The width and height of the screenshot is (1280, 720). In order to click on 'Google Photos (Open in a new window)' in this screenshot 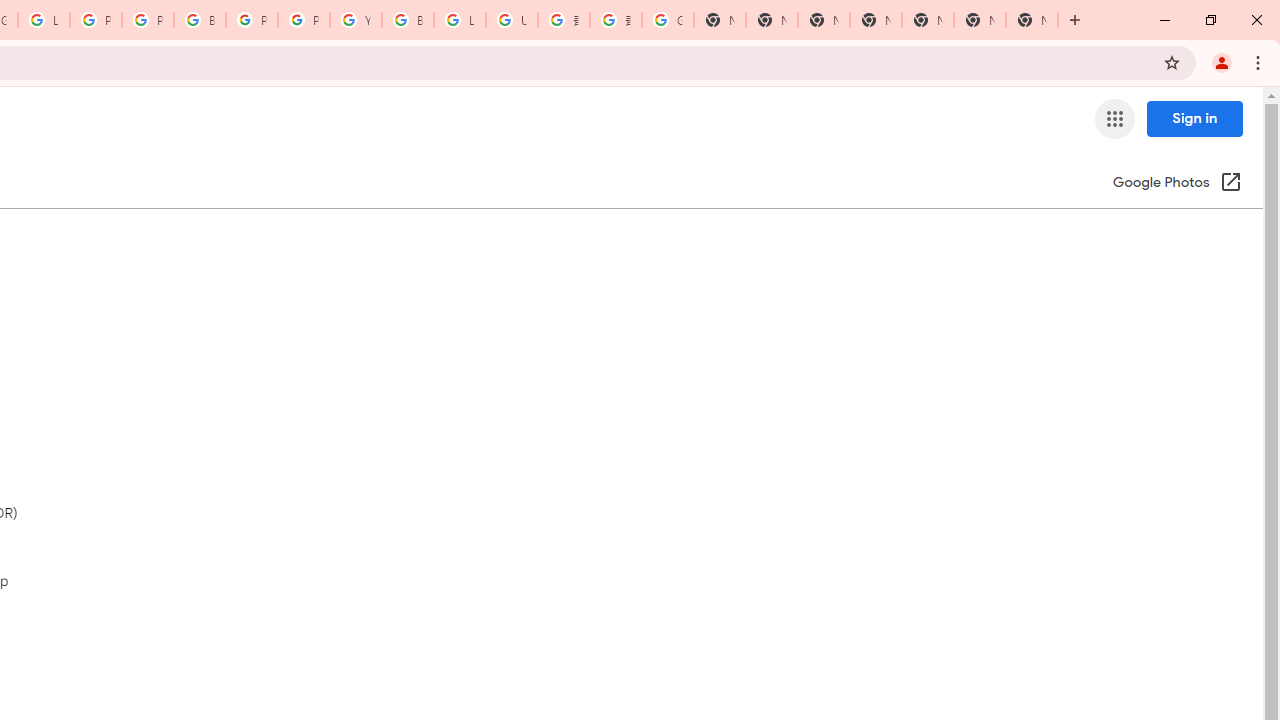, I will do `click(1177, 183)`.